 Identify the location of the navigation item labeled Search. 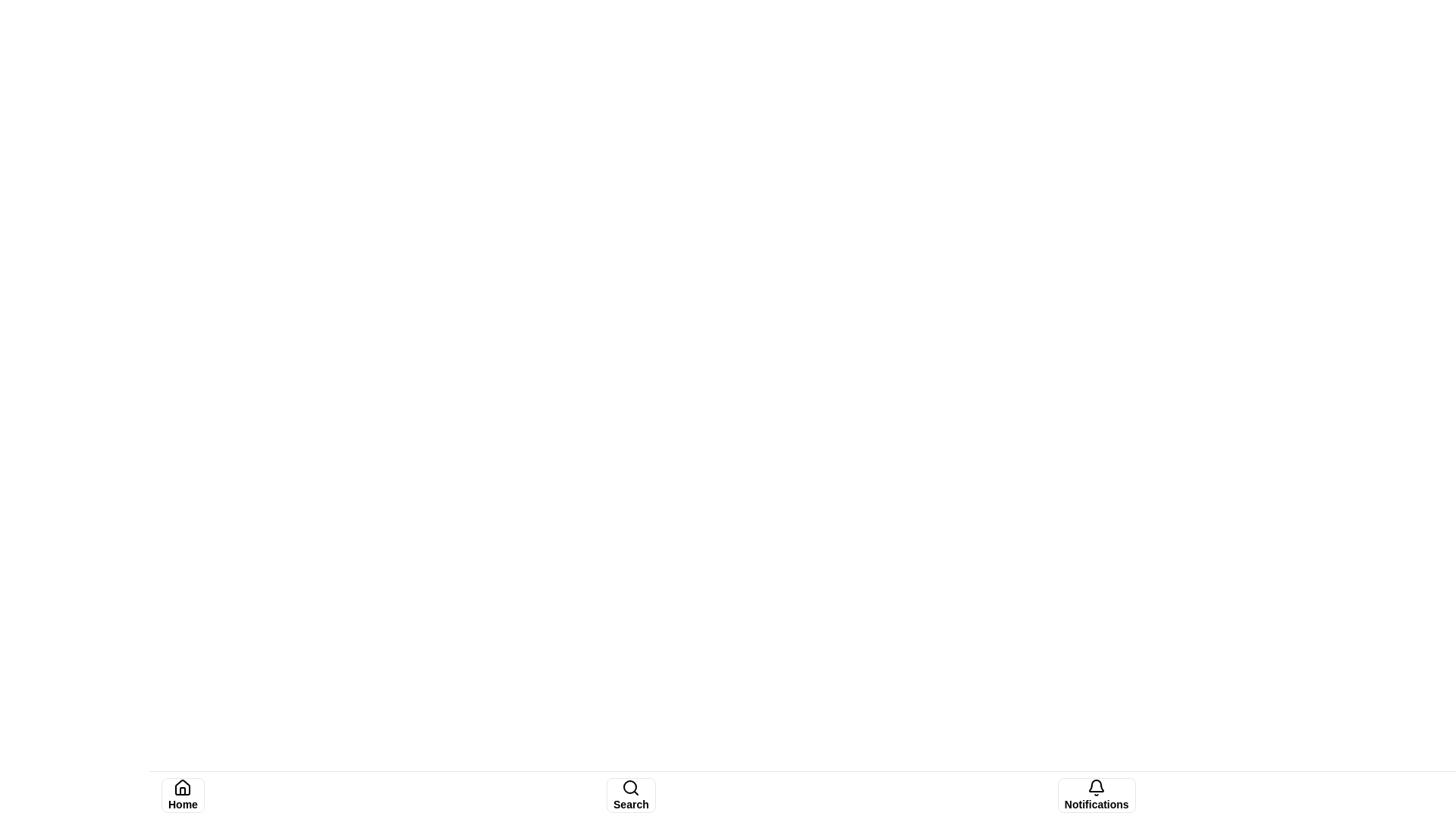
(631, 795).